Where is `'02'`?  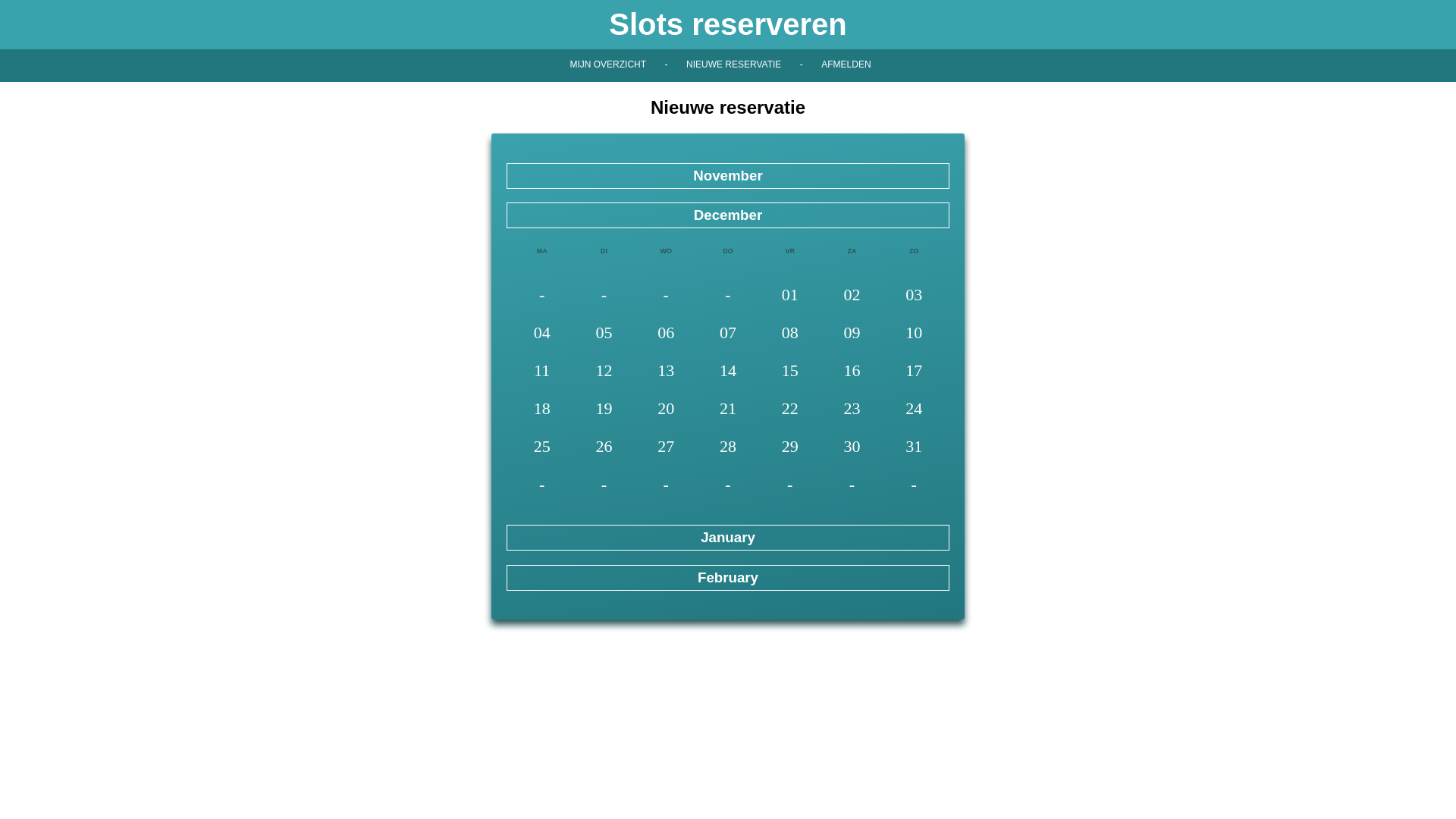
'02' is located at coordinates (821, 296).